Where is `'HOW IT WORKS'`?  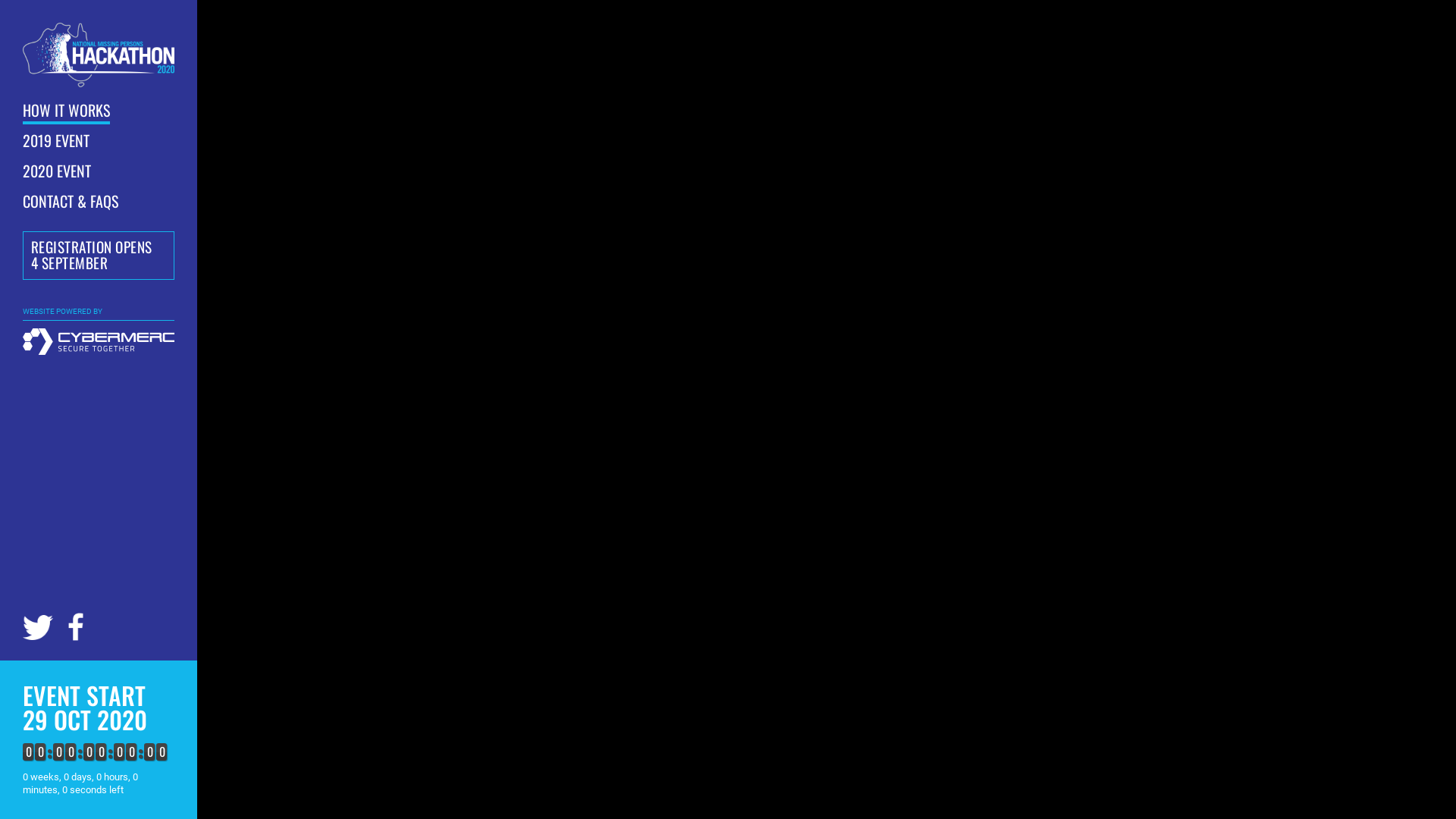 'HOW IT WORKS' is located at coordinates (65, 110).